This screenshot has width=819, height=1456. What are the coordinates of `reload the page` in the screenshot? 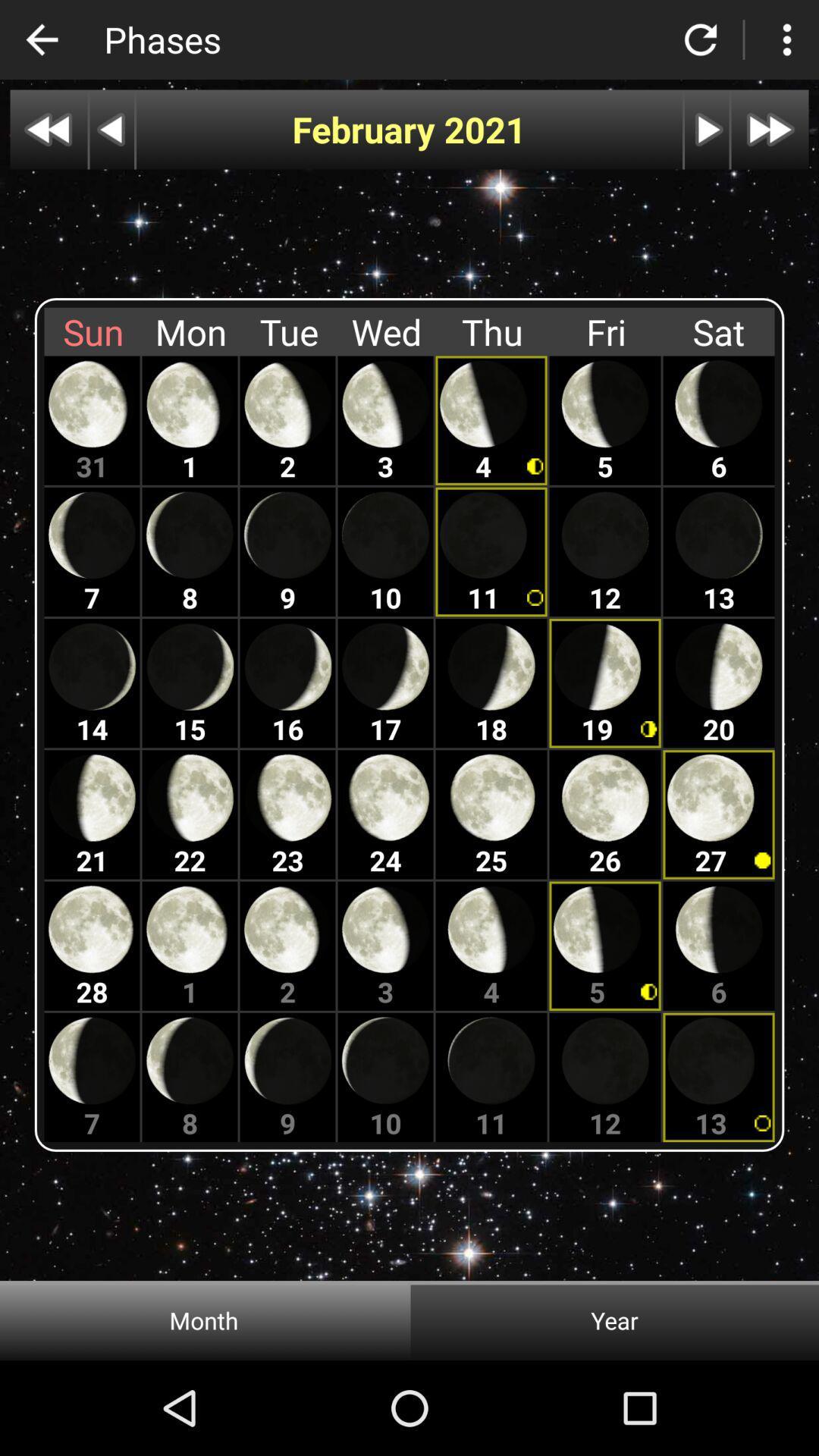 It's located at (701, 39).